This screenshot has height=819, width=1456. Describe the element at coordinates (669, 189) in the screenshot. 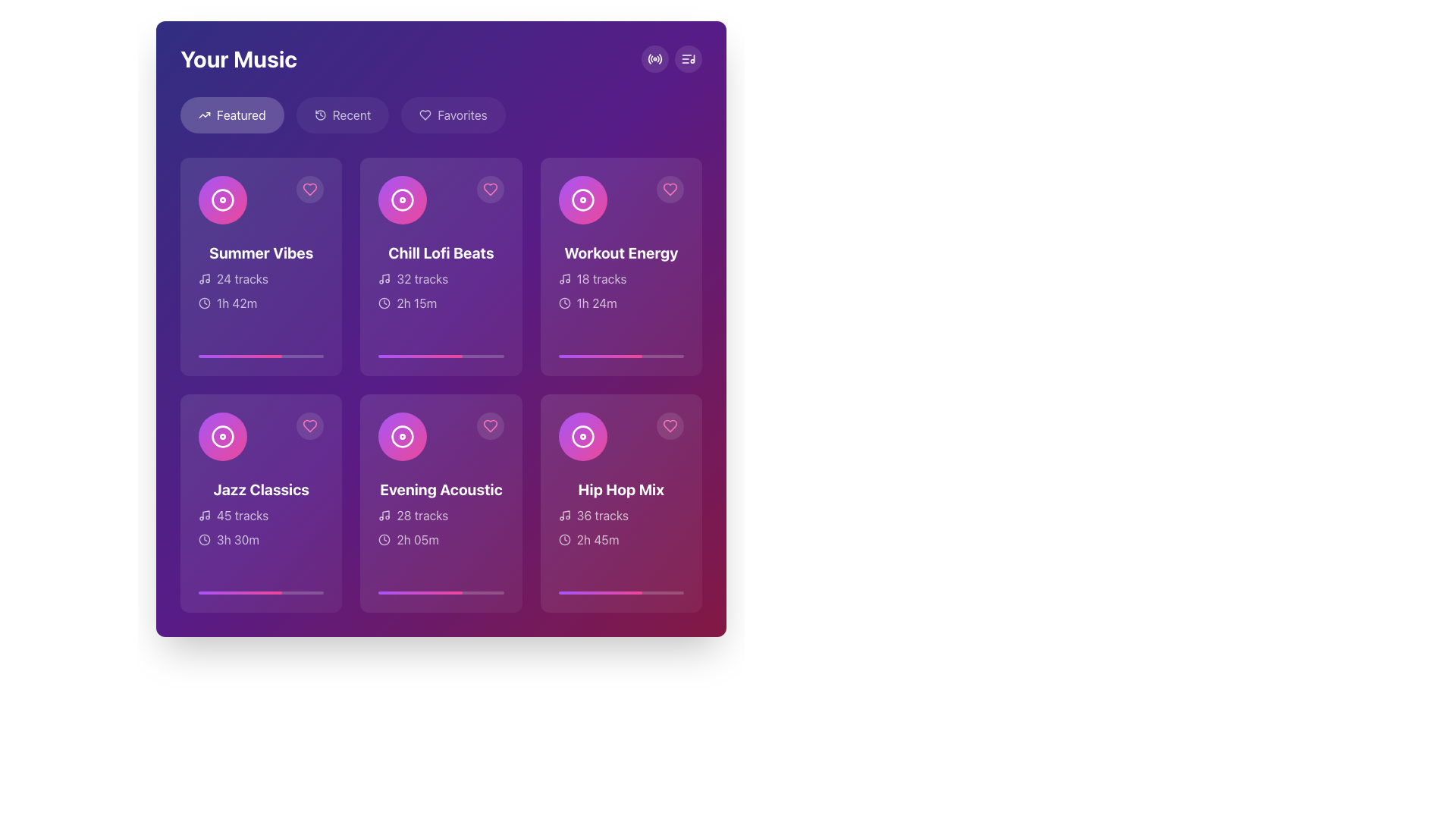

I see `the heart-shaped button with a pink outline located at the top-right corner of the 'Workout Energy' card in the 'Your Music' interface` at that location.